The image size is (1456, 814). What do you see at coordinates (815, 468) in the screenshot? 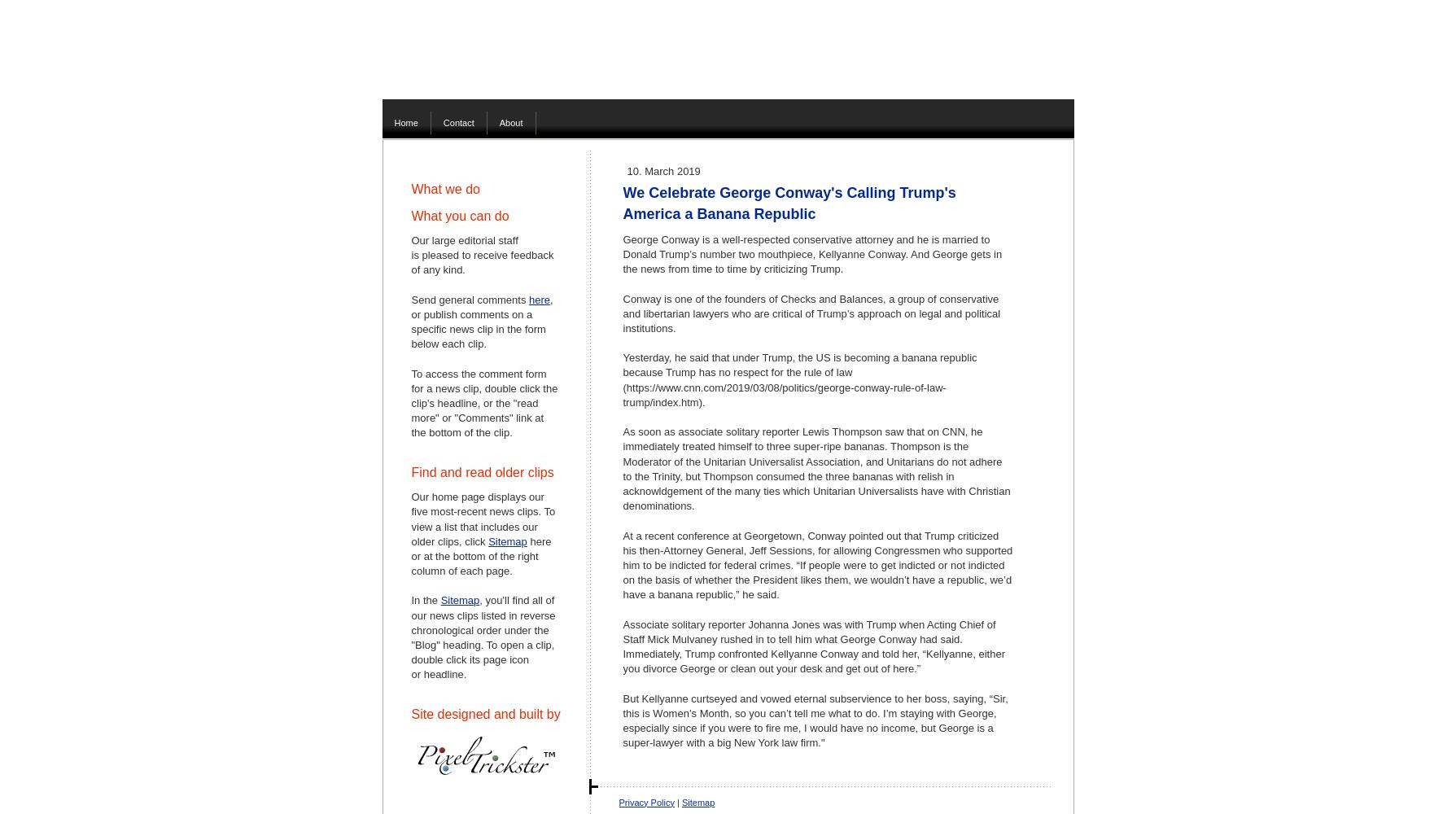
I see `'As soon as associate solitary reporter Lewis Thompson saw that on CNN, he immediately treated himself to three super-ripe bananas. Thompson is the Moderator of the Unitarian Universalist
    Association, and Unitarians do not adhere to the Trinity, but Thompson consumed the three bananas with relish in acknowldgement of the many ties which Unitarian Universalists have with Christian
    denominations.'` at bounding box center [815, 468].